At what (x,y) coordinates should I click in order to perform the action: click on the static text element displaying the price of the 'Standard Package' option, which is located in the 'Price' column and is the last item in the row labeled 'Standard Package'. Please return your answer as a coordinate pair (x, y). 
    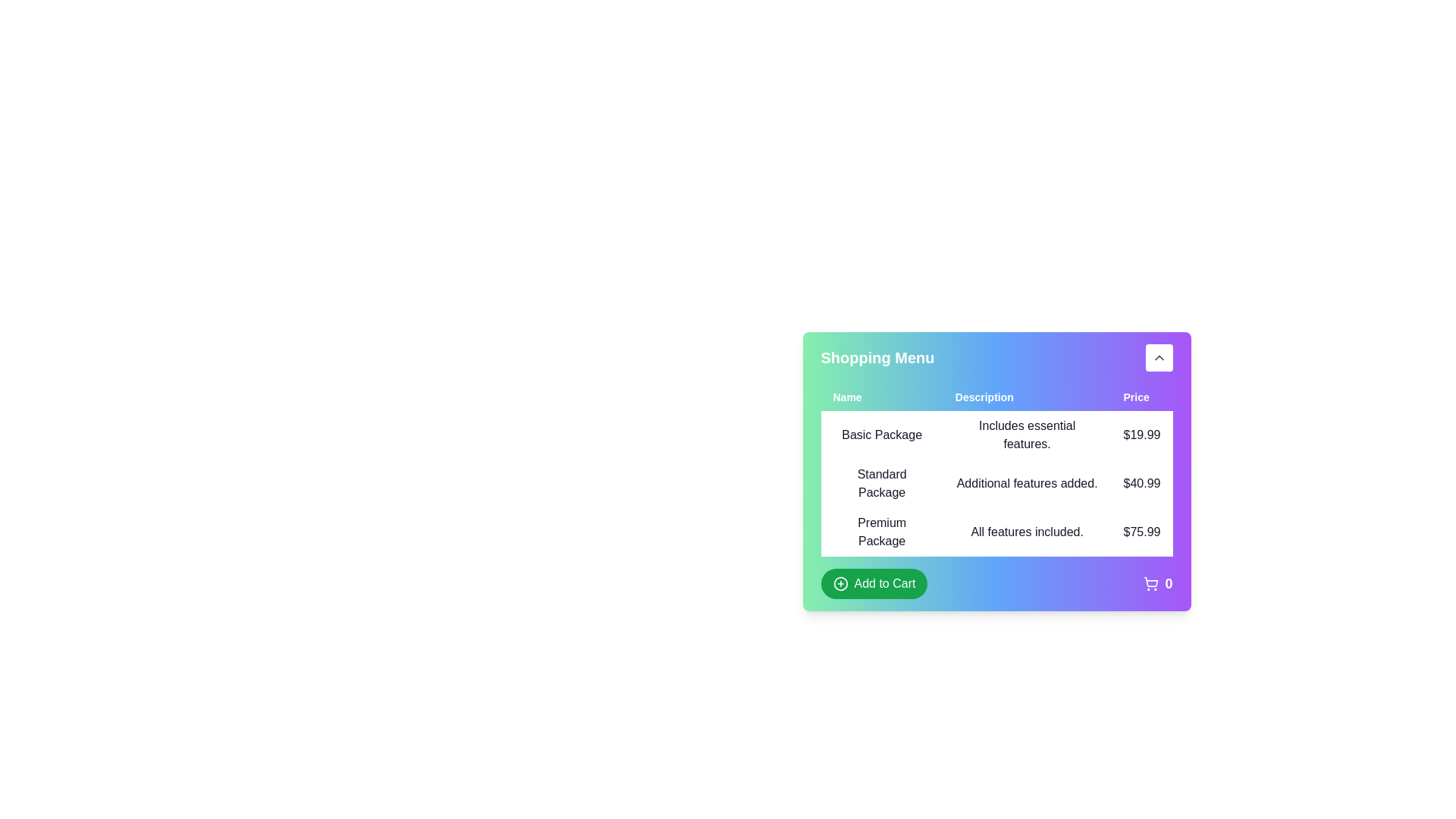
    Looking at the image, I should click on (1142, 483).